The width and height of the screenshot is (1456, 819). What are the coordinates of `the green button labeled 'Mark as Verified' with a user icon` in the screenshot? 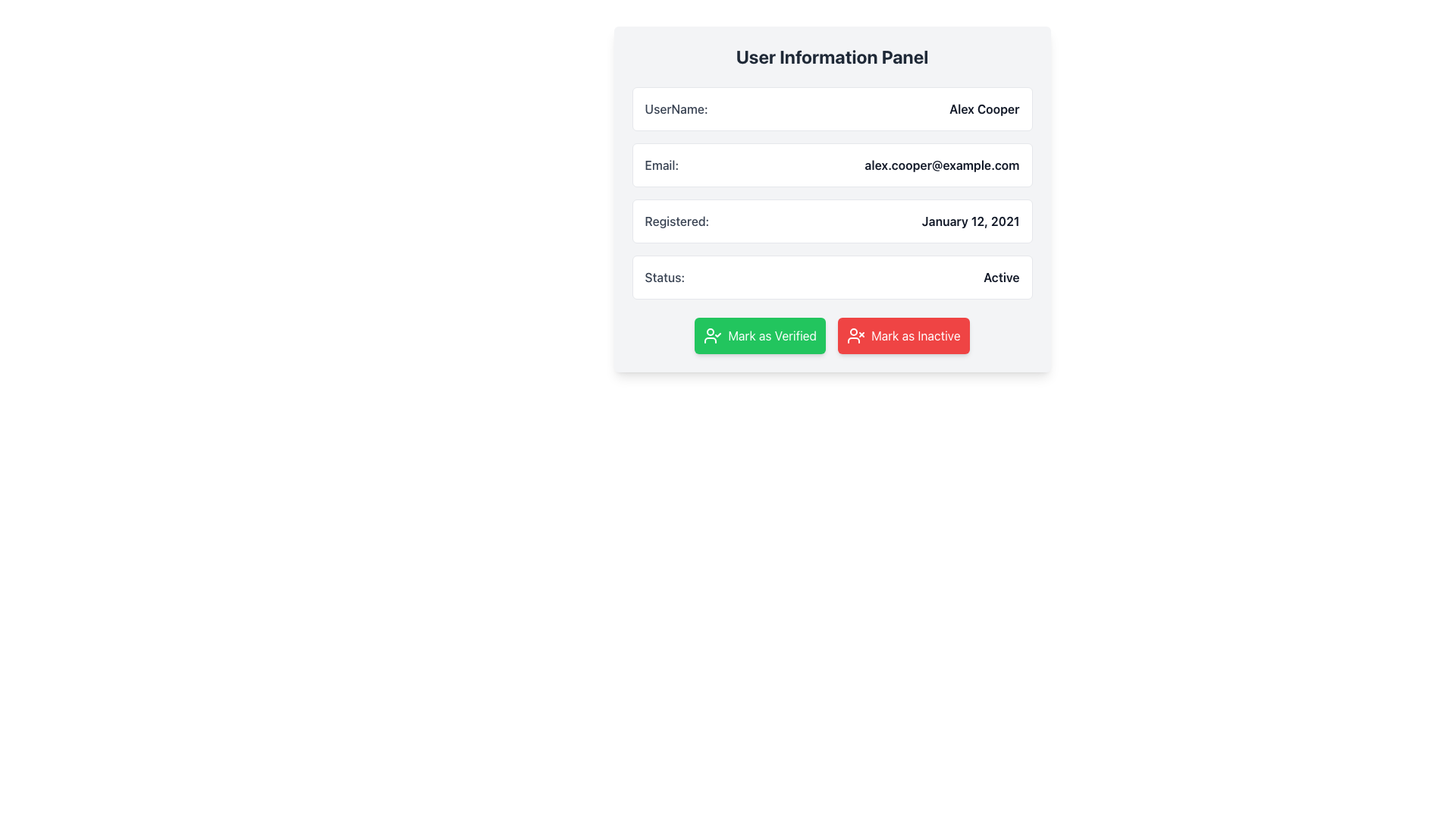 It's located at (760, 335).